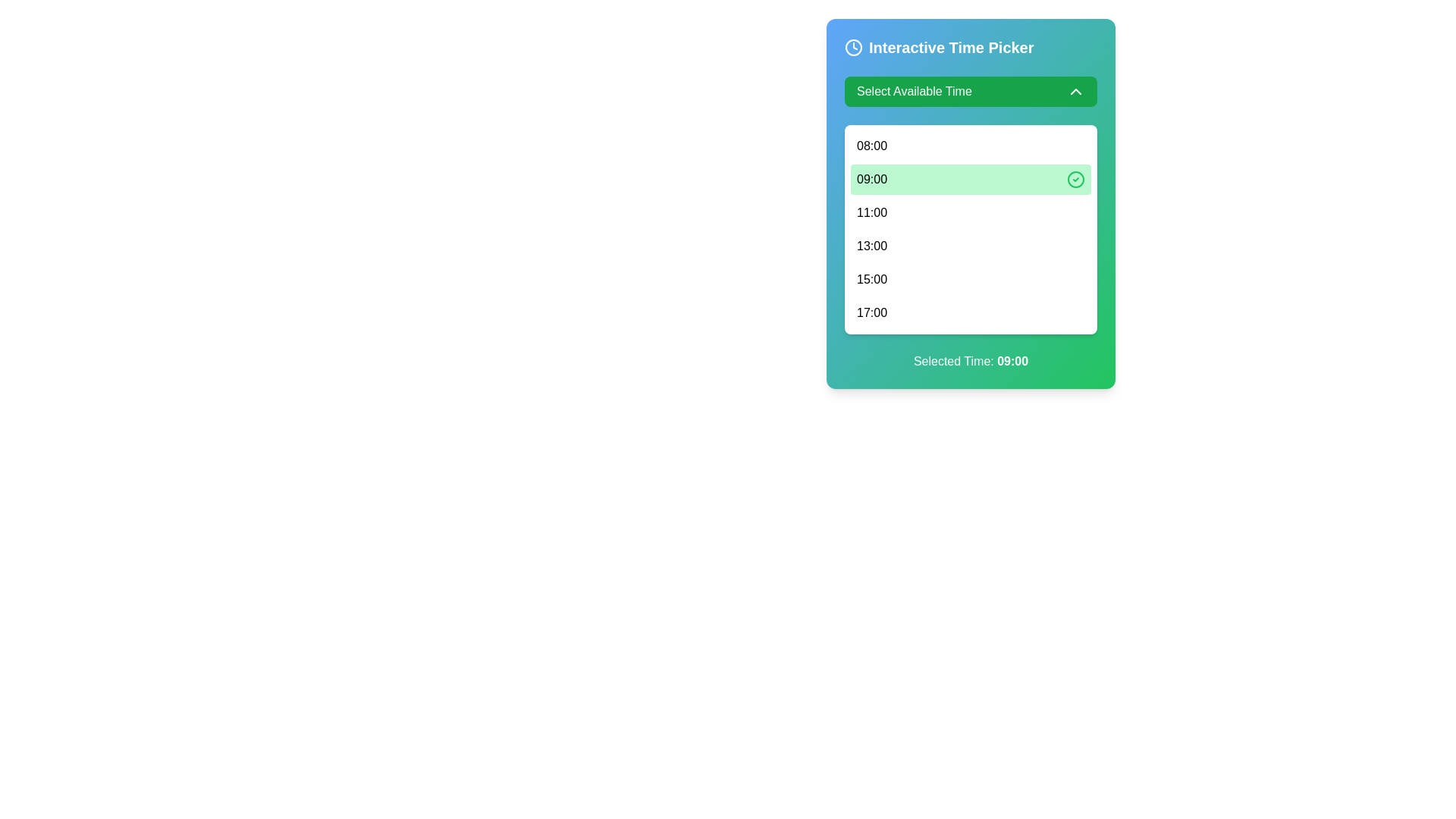 This screenshot has width=1456, height=819. Describe the element at coordinates (854, 46) in the screenshot. I see `the Decorative SVG component that represents the outer boundary of the clock symbol in the time picker widget located at the top left of the widget` at that location.